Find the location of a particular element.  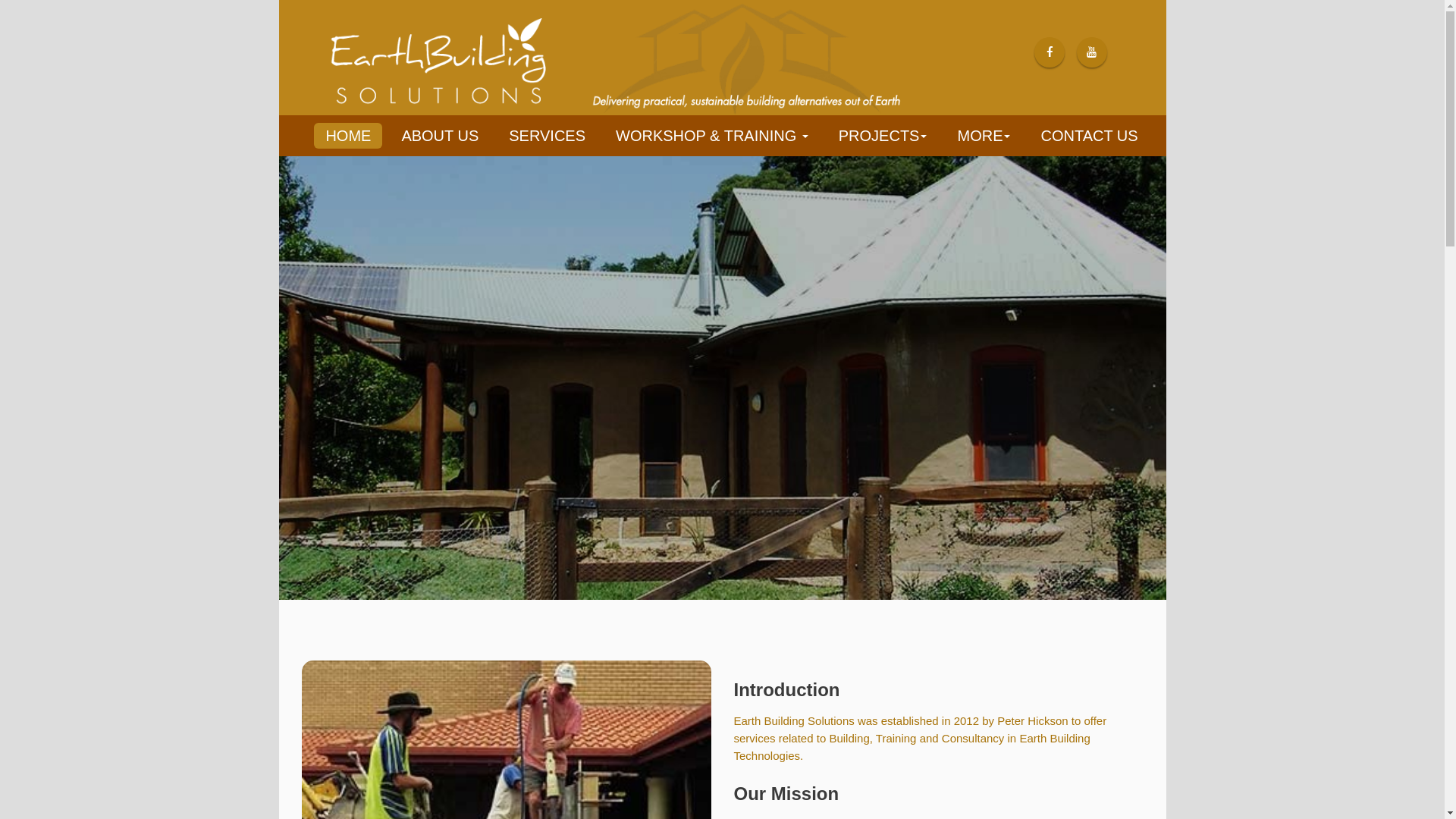

'HOME' is located at coordinates (315, 134).